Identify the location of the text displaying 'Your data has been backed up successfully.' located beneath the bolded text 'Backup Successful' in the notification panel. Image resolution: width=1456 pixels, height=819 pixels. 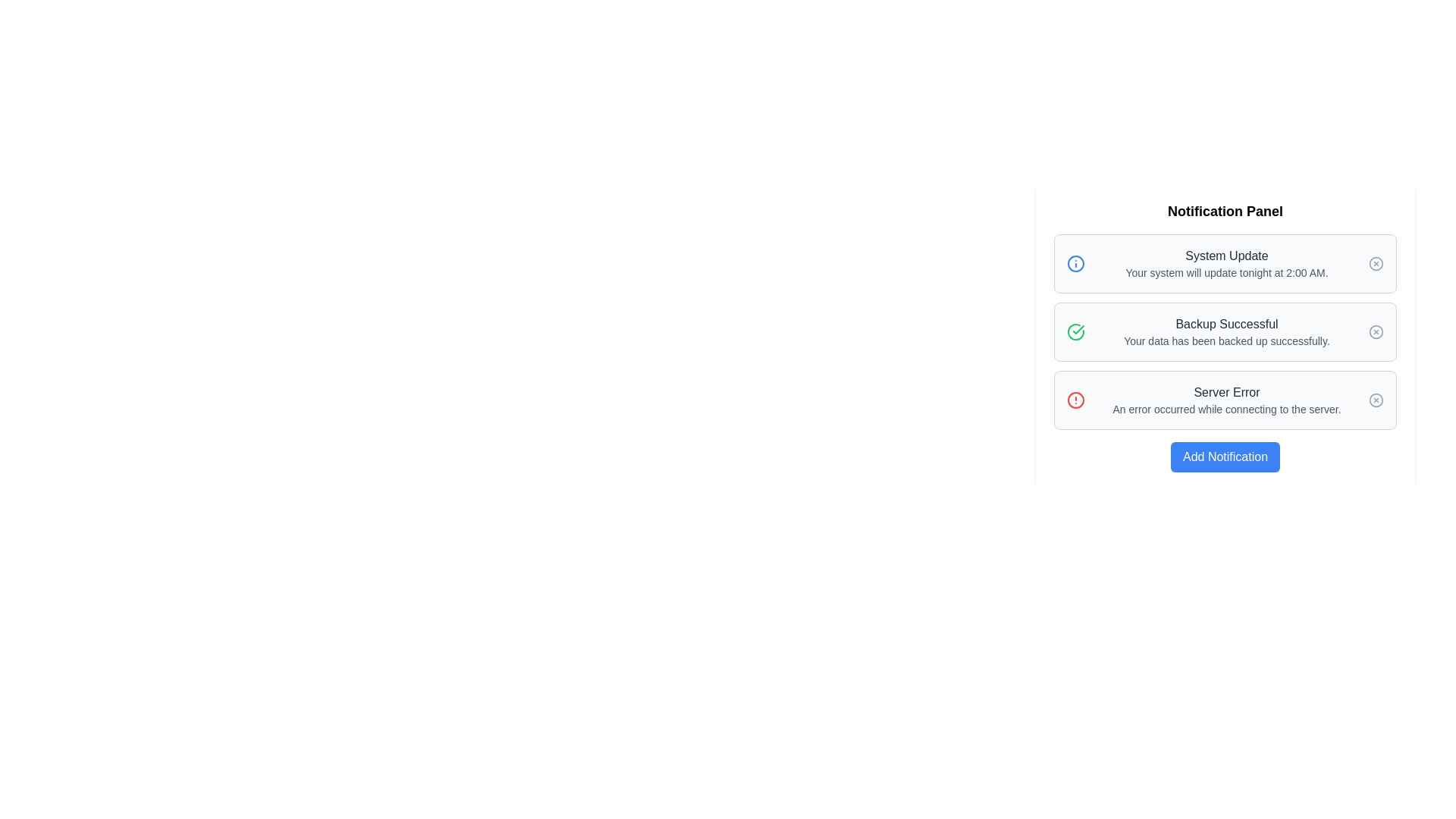
(1226, 341).